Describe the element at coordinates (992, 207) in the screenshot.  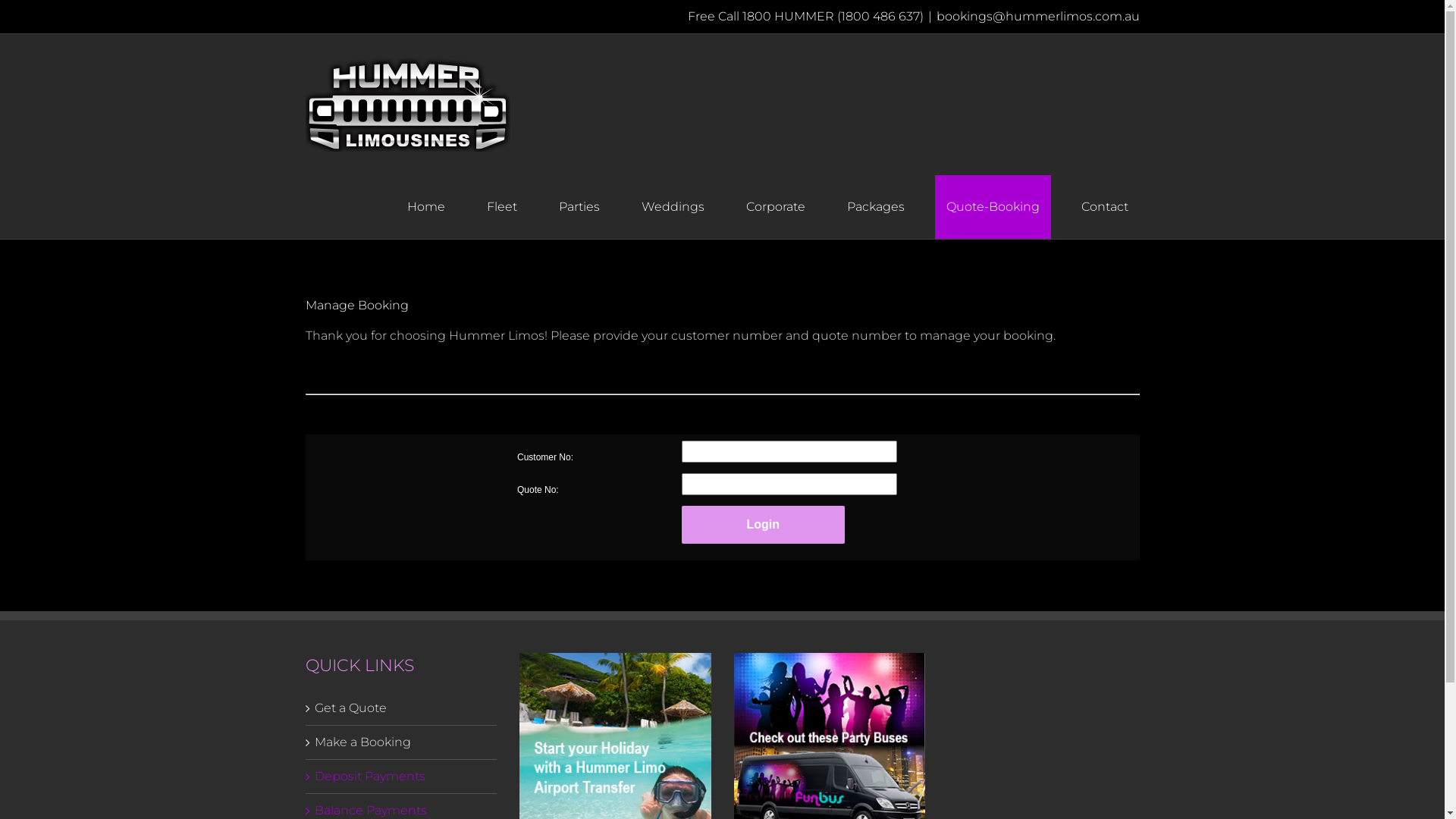
I see `'Quote-Booking'` at that location.